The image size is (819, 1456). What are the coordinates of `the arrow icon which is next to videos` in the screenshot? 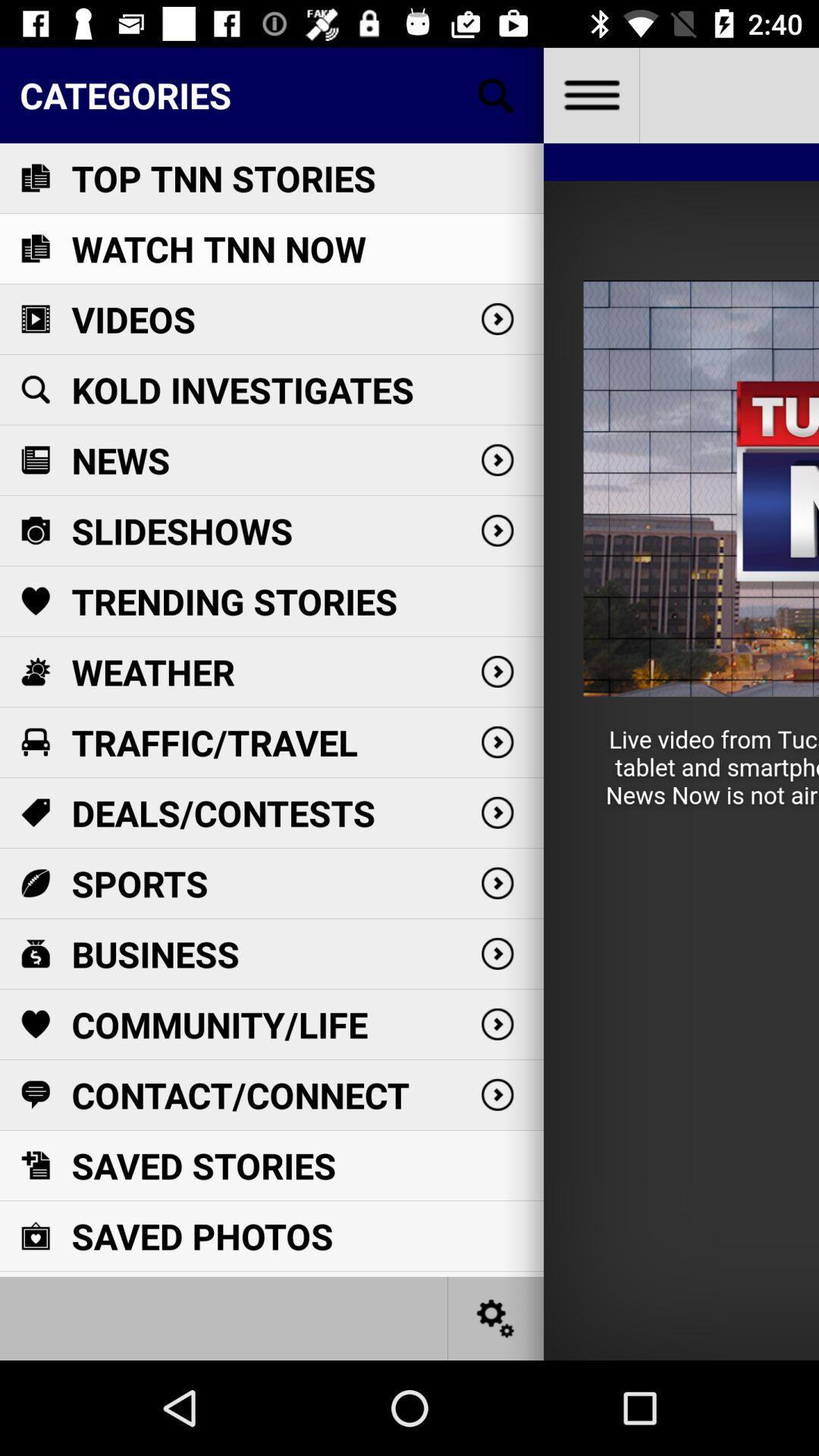 It's located at (497, 318).